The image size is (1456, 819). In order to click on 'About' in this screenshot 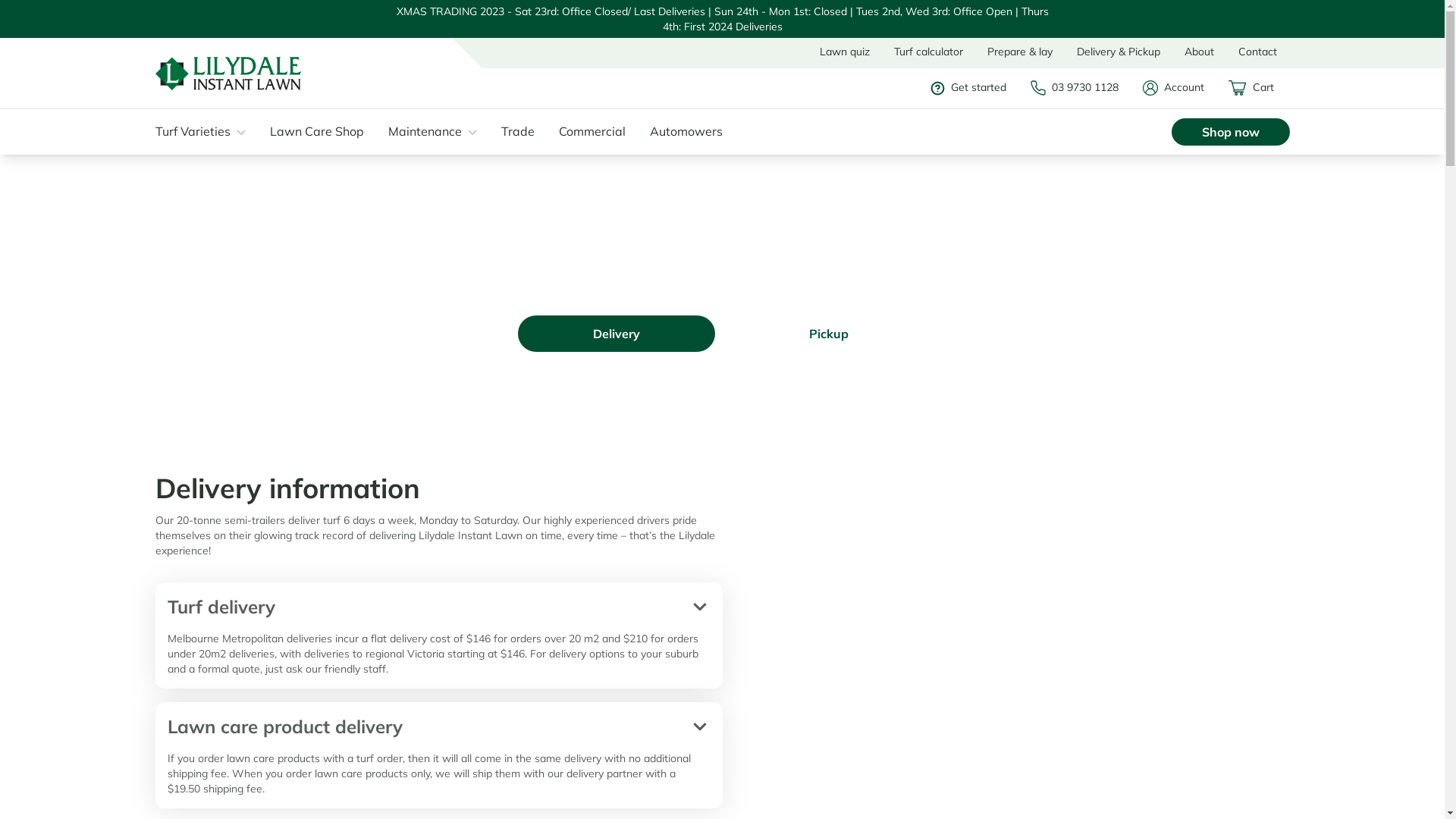, I will do `click(1198, 51)`.